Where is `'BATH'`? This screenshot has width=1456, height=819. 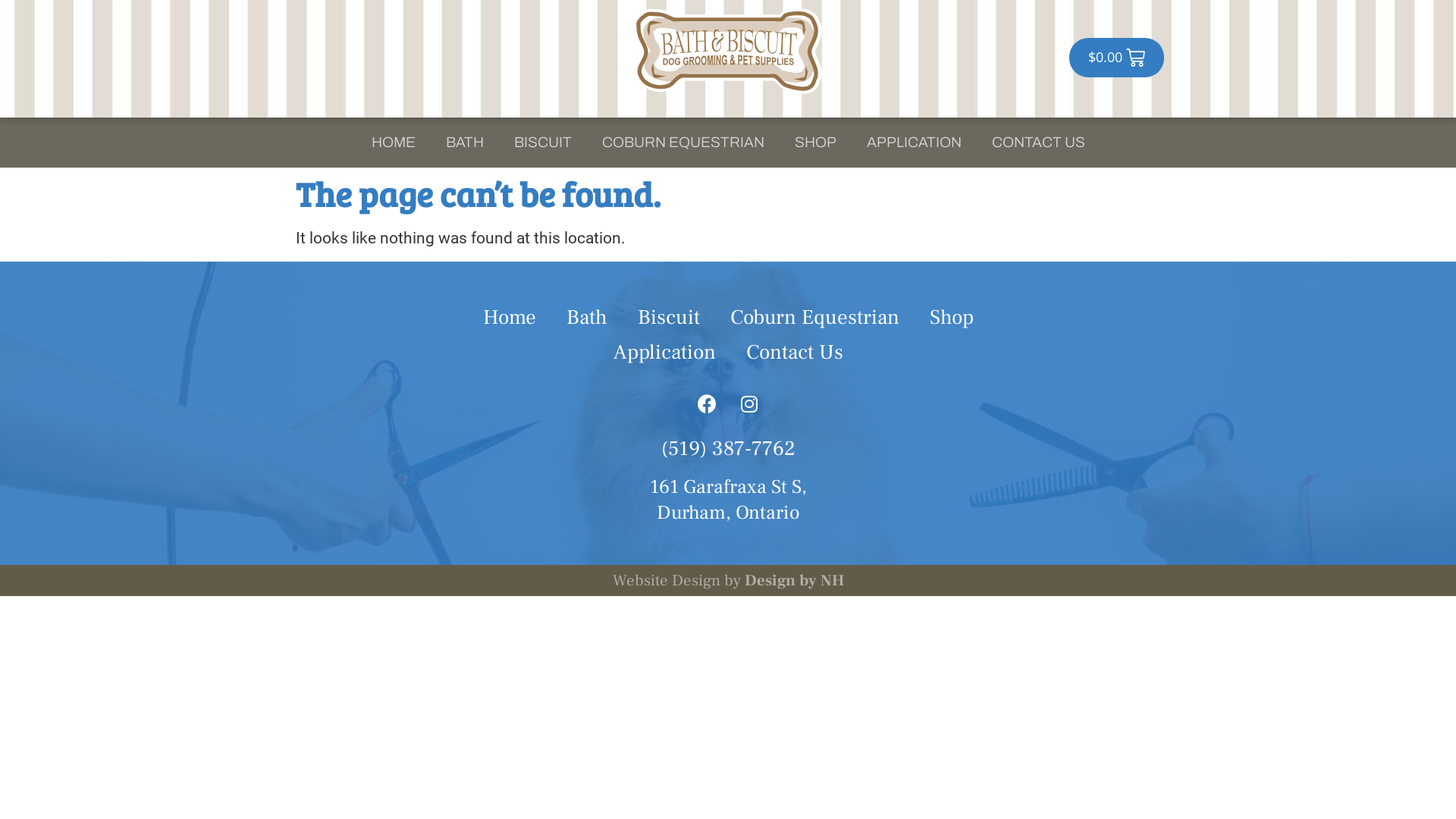
'BATH' is located at coordinates (464, 143).